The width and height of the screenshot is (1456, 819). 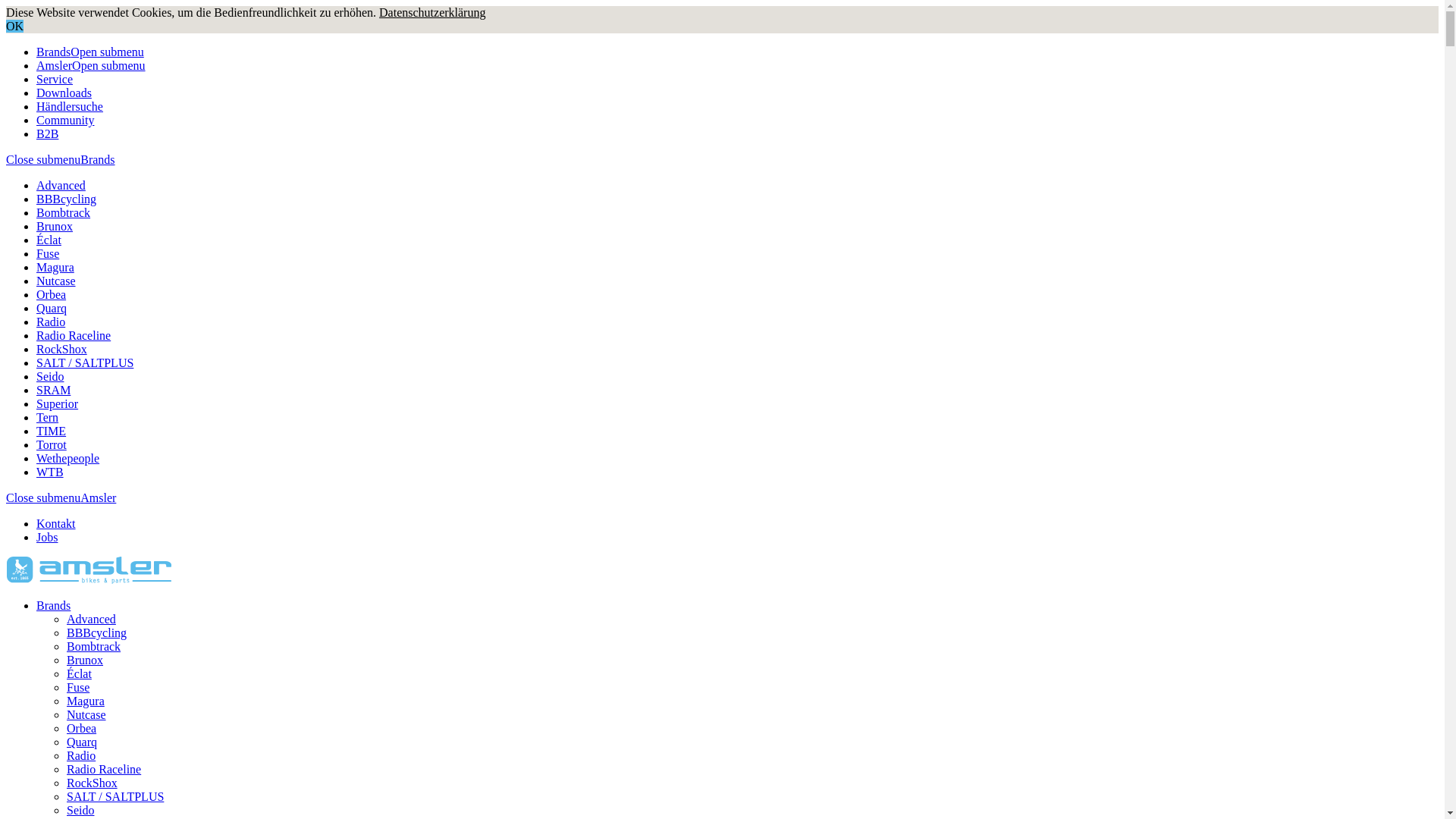 What do you see at coordinates (79, 809) in the screenshot?
I see `'Seido'` at bounding box center [79, 809].